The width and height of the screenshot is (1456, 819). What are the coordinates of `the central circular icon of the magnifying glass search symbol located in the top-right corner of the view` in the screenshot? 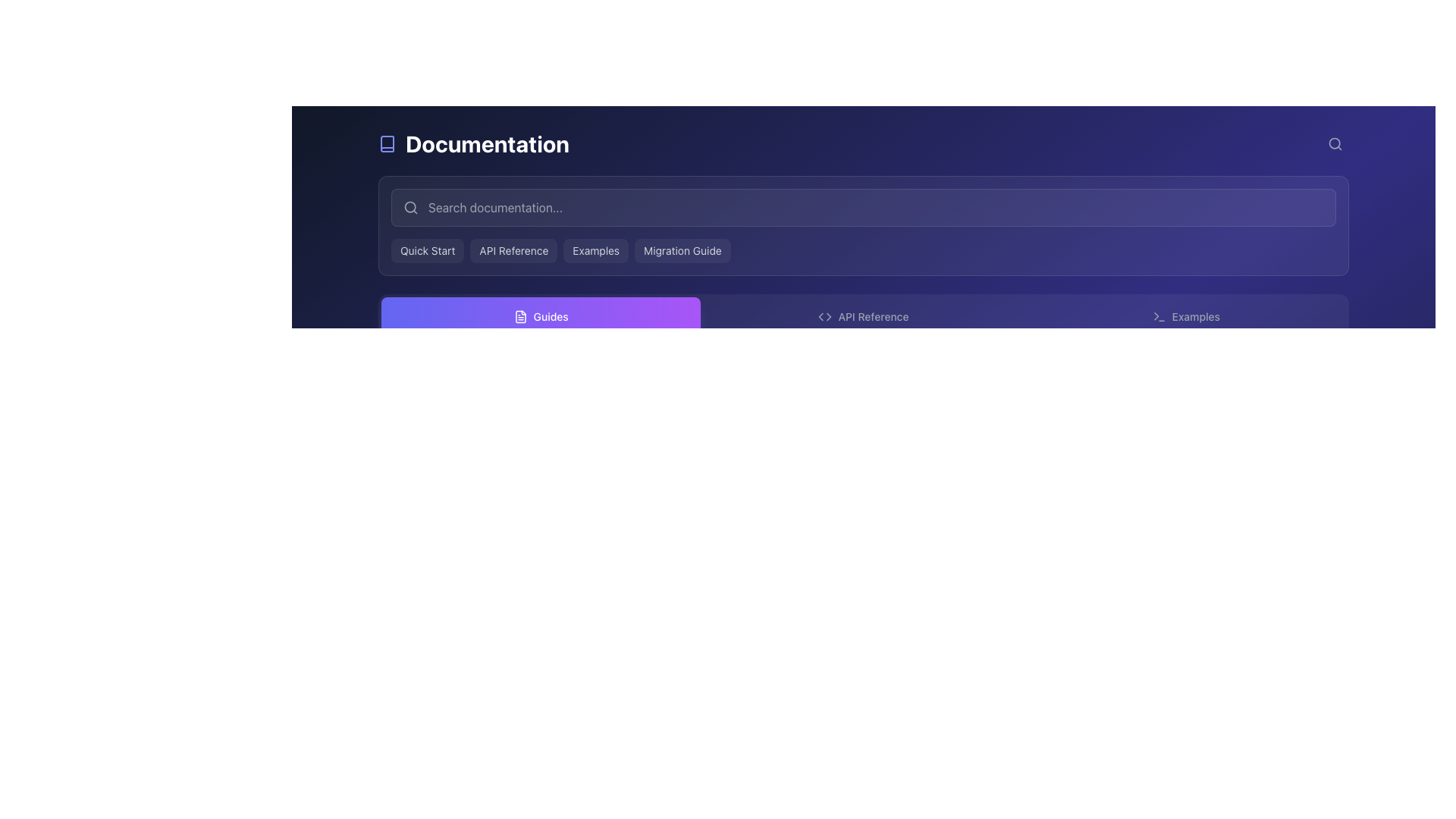 It's located at (1335, 143).